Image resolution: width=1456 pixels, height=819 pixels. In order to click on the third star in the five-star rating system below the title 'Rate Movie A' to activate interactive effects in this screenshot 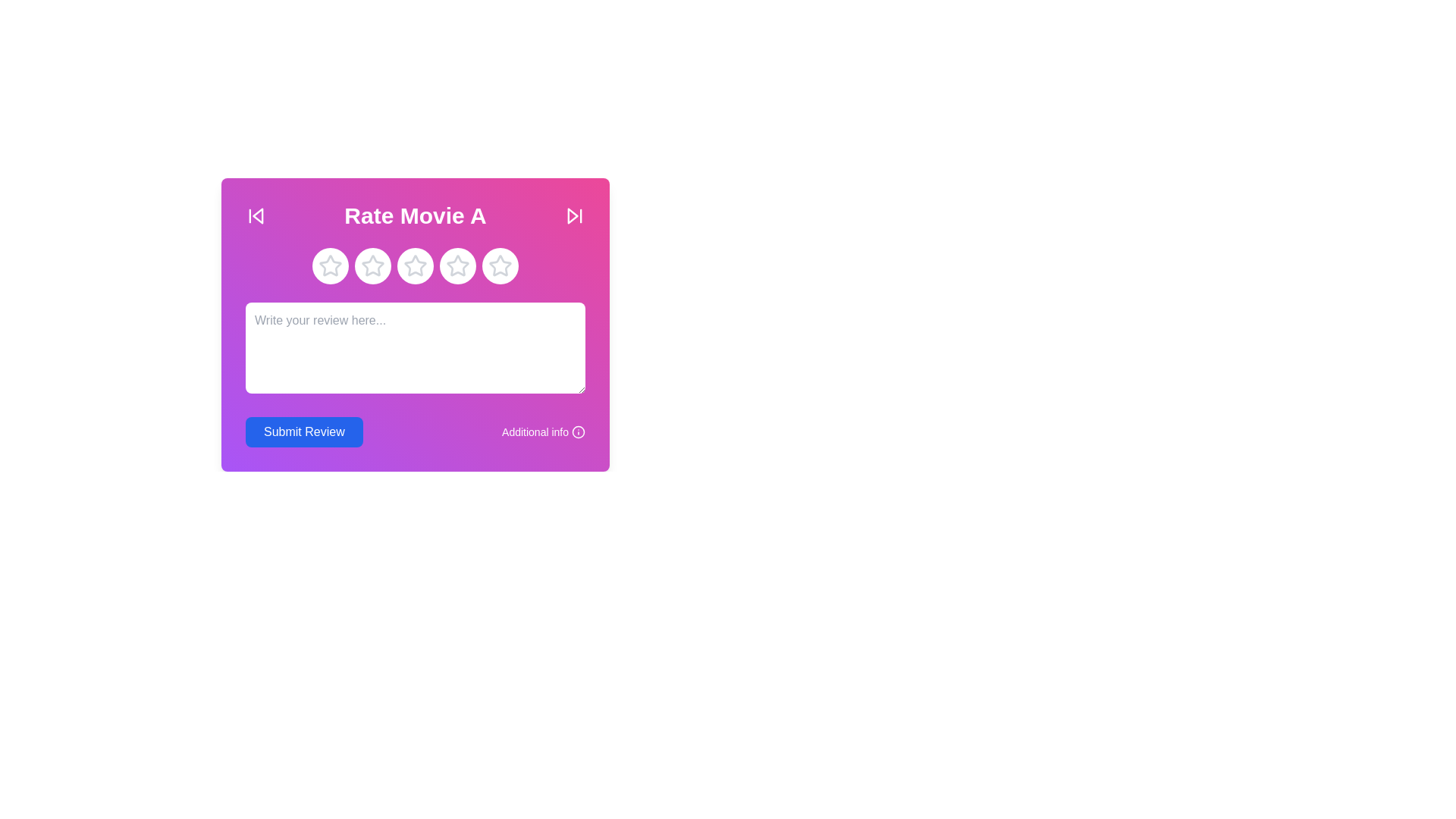, I will do `click(457, 265)`.